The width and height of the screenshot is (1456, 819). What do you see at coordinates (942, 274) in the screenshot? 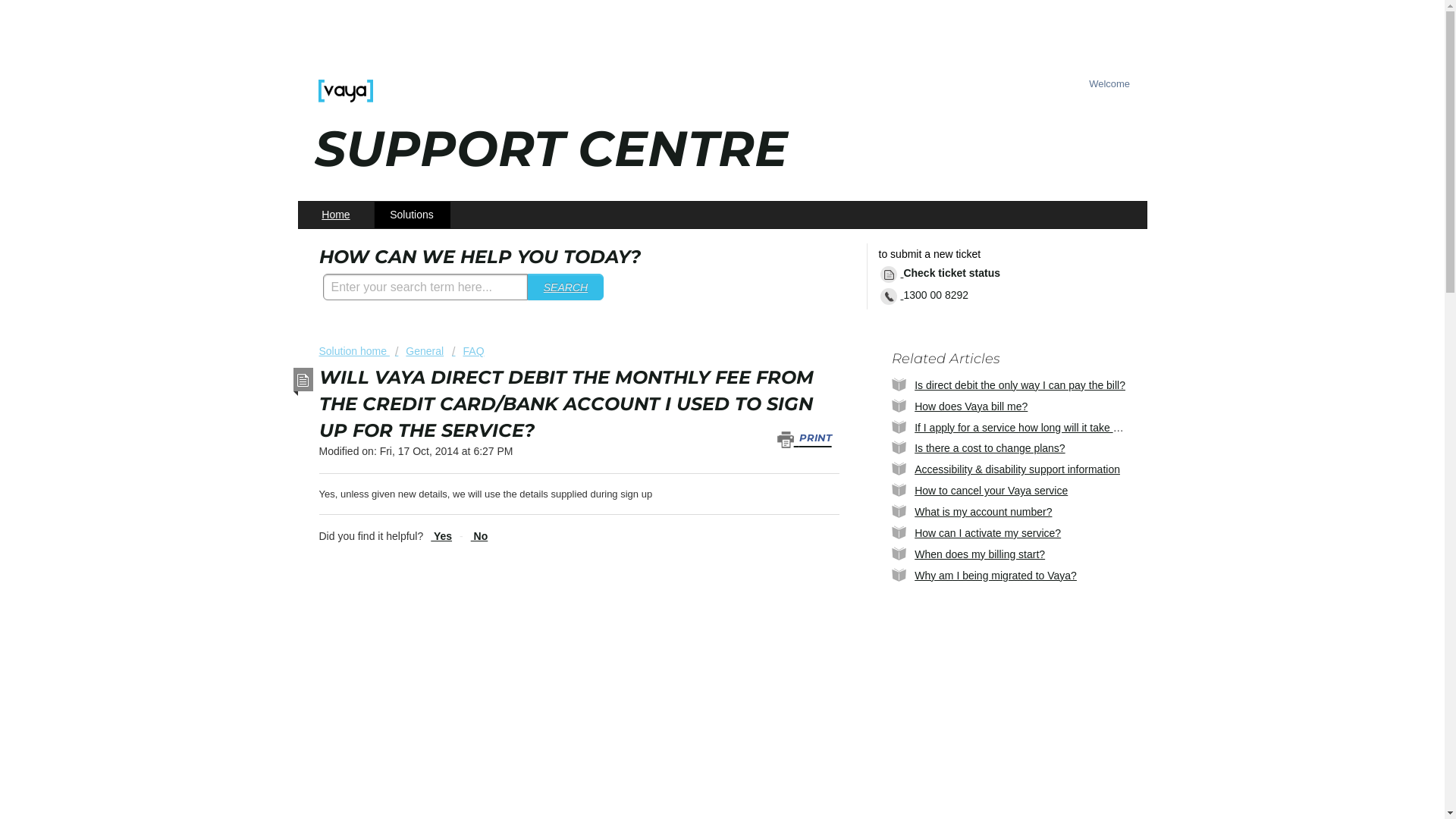
I see `'Check ticket status'` at bounding box center [942, 274].